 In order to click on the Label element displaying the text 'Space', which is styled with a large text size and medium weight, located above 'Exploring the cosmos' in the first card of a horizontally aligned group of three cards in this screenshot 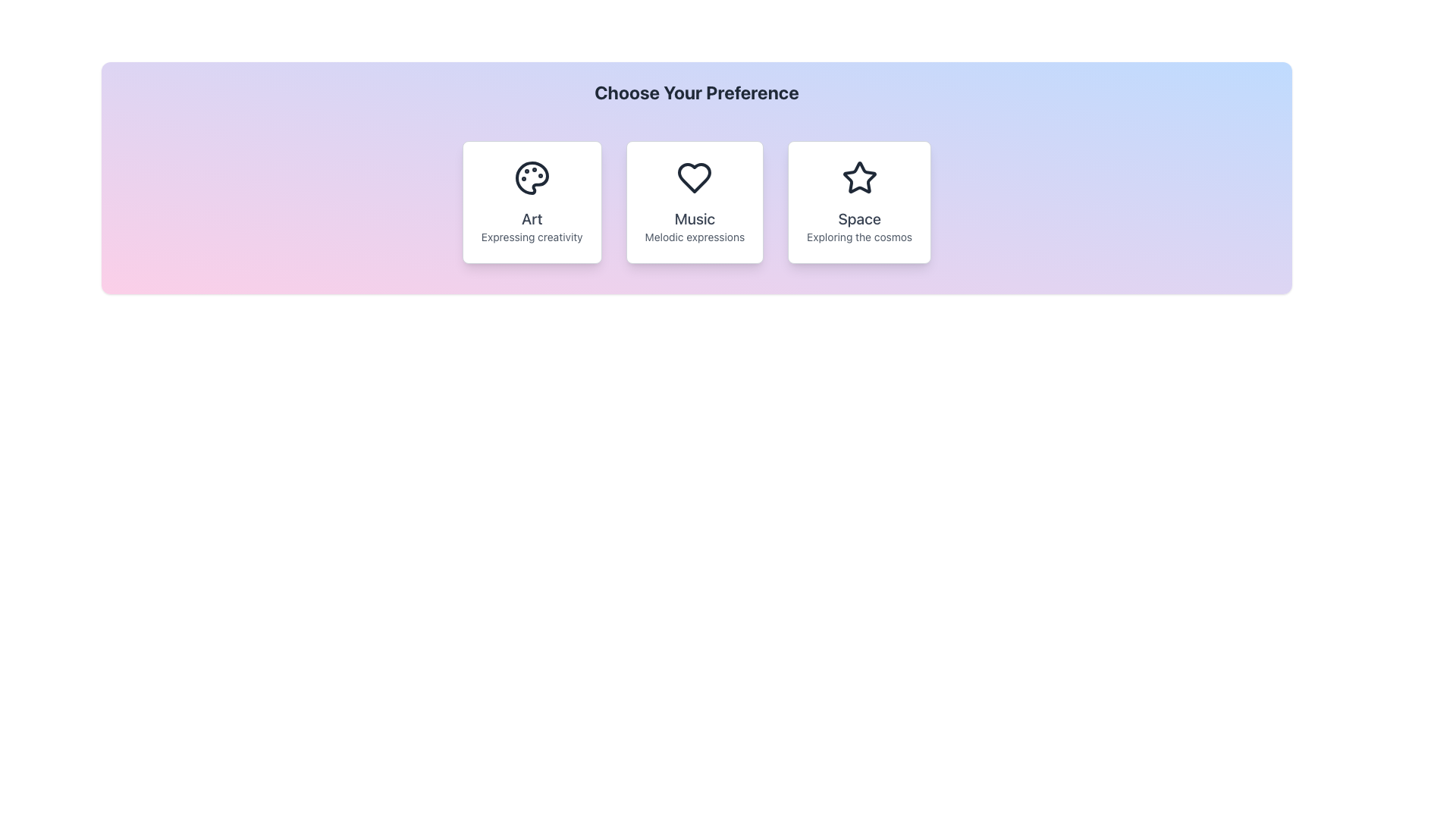, I will do `click(859, 219)`.